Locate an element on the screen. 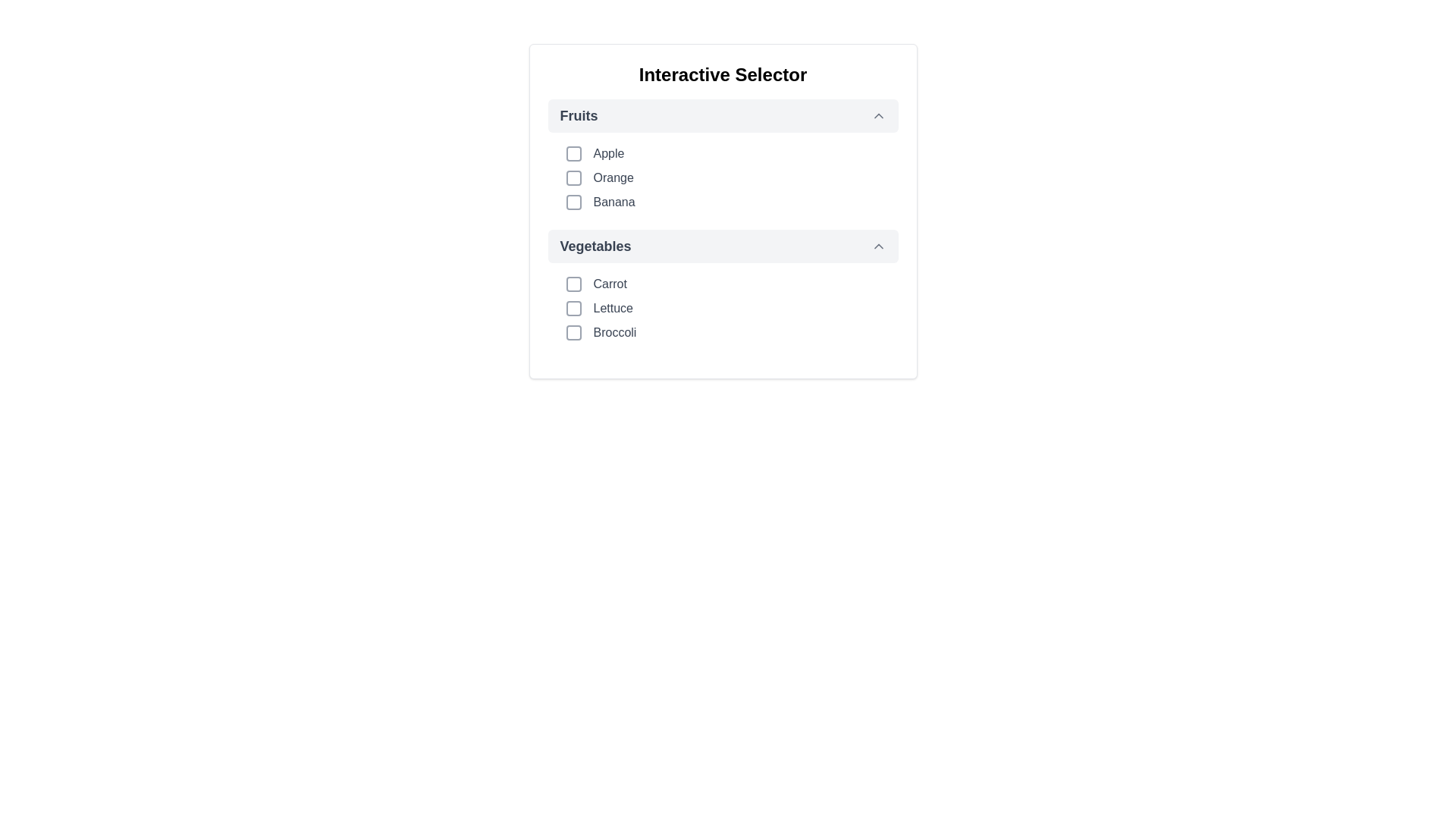  the checkmark icon indicating that the 'Banana' option is selected in the 'Fruits' section of the interactive selector interface is located at coordinates (573, 201).